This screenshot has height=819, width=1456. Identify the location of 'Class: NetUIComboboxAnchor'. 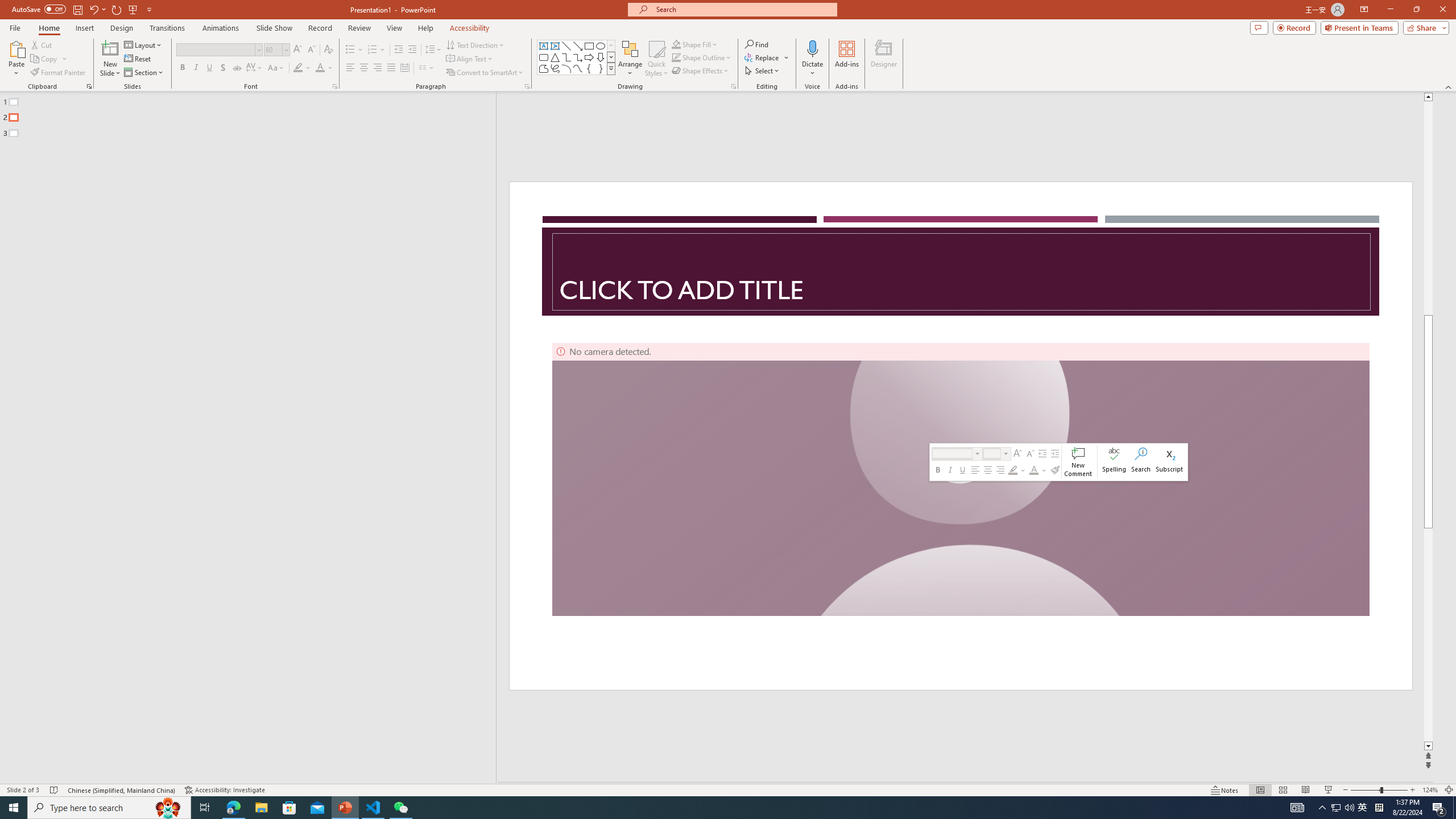
(996, 453).